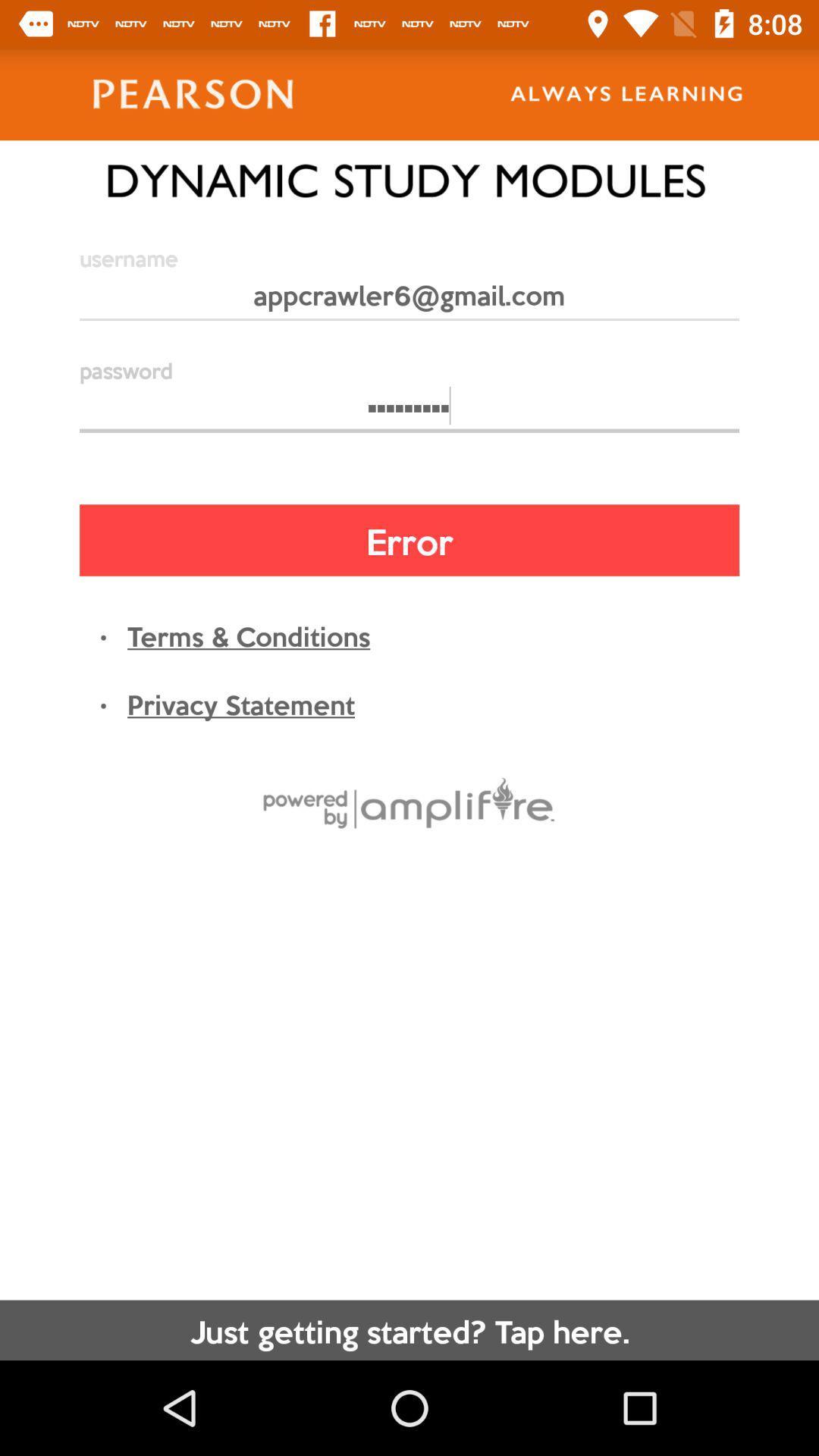 The image size is (819, 1456). What do you see at coordinates (248, 635) in the screenshot?
I see `the item above the privacy statement item` at bounding box center [248, 635].